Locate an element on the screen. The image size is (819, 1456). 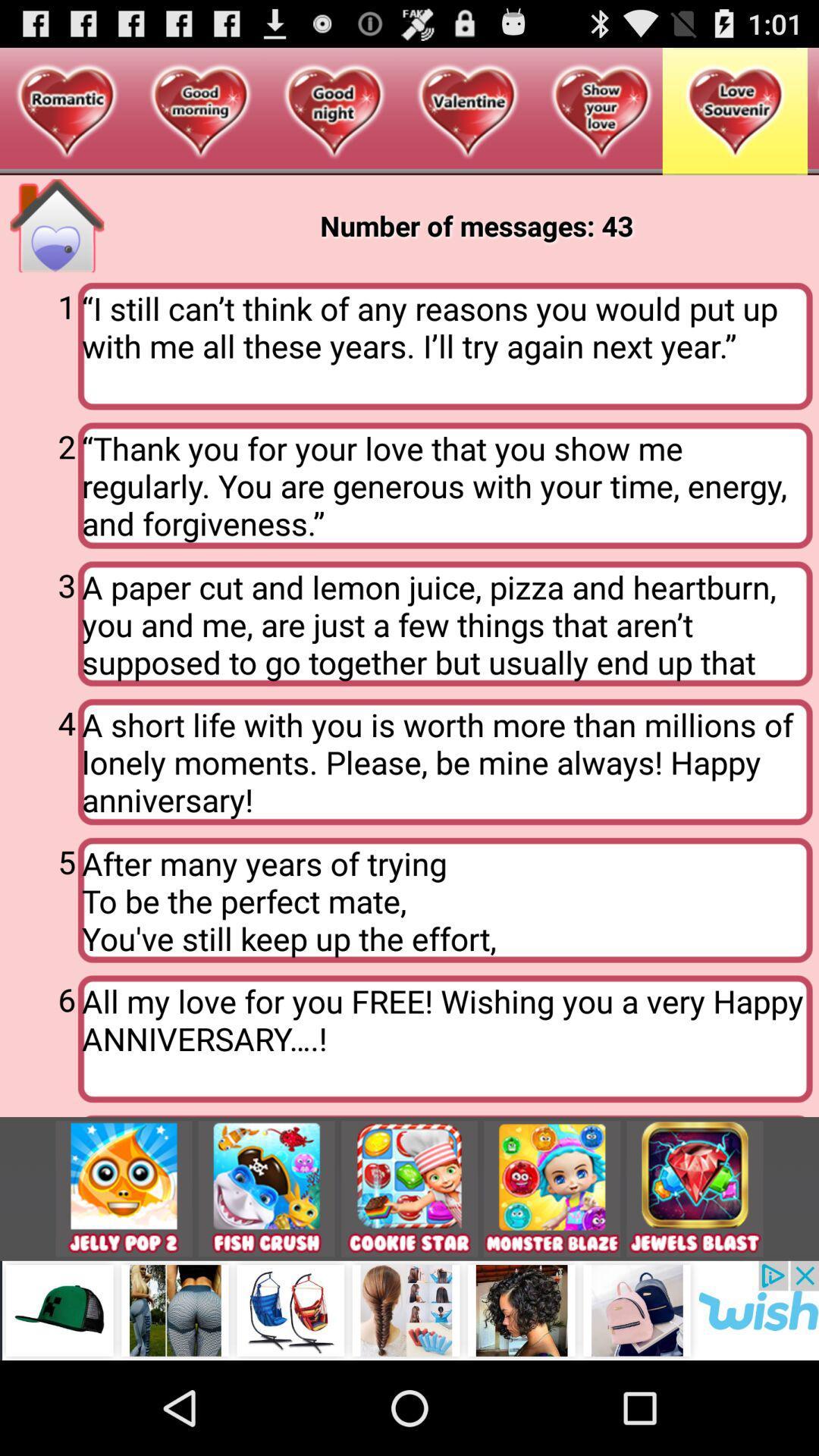
the emoji icon is located at coordinates (123, 1272).